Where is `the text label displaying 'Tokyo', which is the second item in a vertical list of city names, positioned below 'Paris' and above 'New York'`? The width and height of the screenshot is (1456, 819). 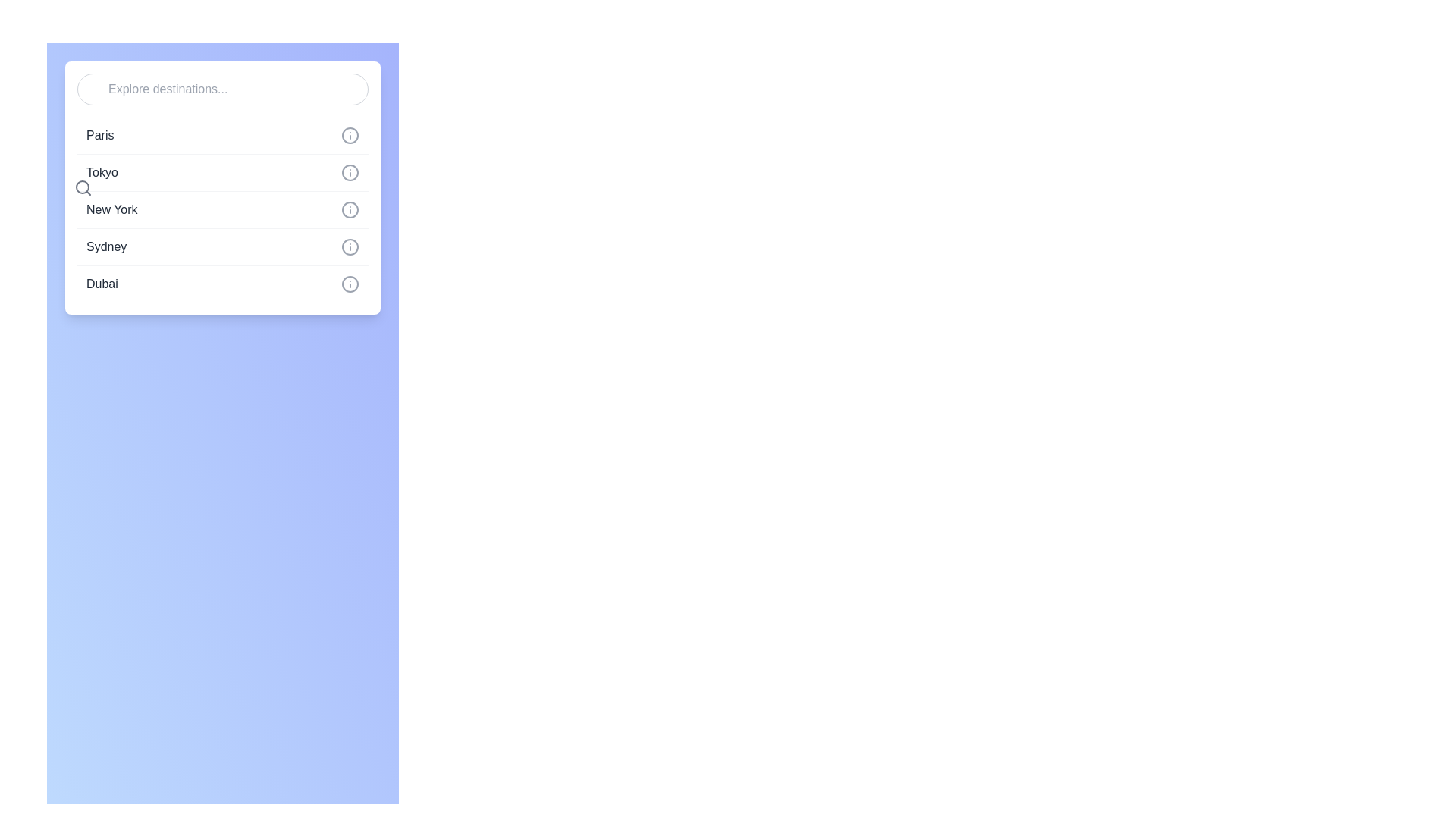 the text label displaying 'Tokyo', which is the second item in a vertical list of city names, positioned below 'Paris' and above 'New York' is located at coordinates (101, 171).